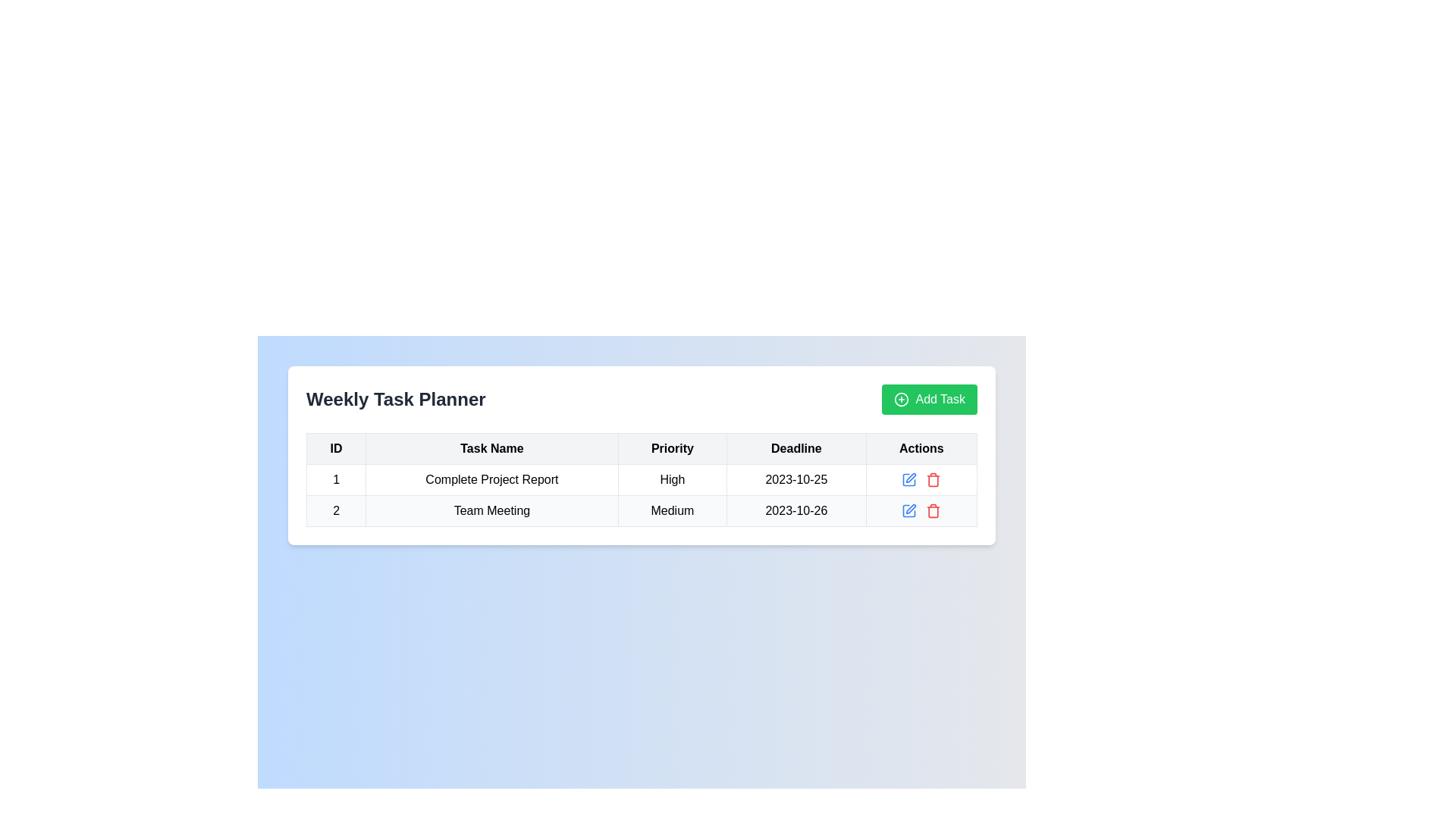  I want to click on the table header cell displaying the text 'ID' in bold, located at the top-left corner of the table, so click(335, 447).